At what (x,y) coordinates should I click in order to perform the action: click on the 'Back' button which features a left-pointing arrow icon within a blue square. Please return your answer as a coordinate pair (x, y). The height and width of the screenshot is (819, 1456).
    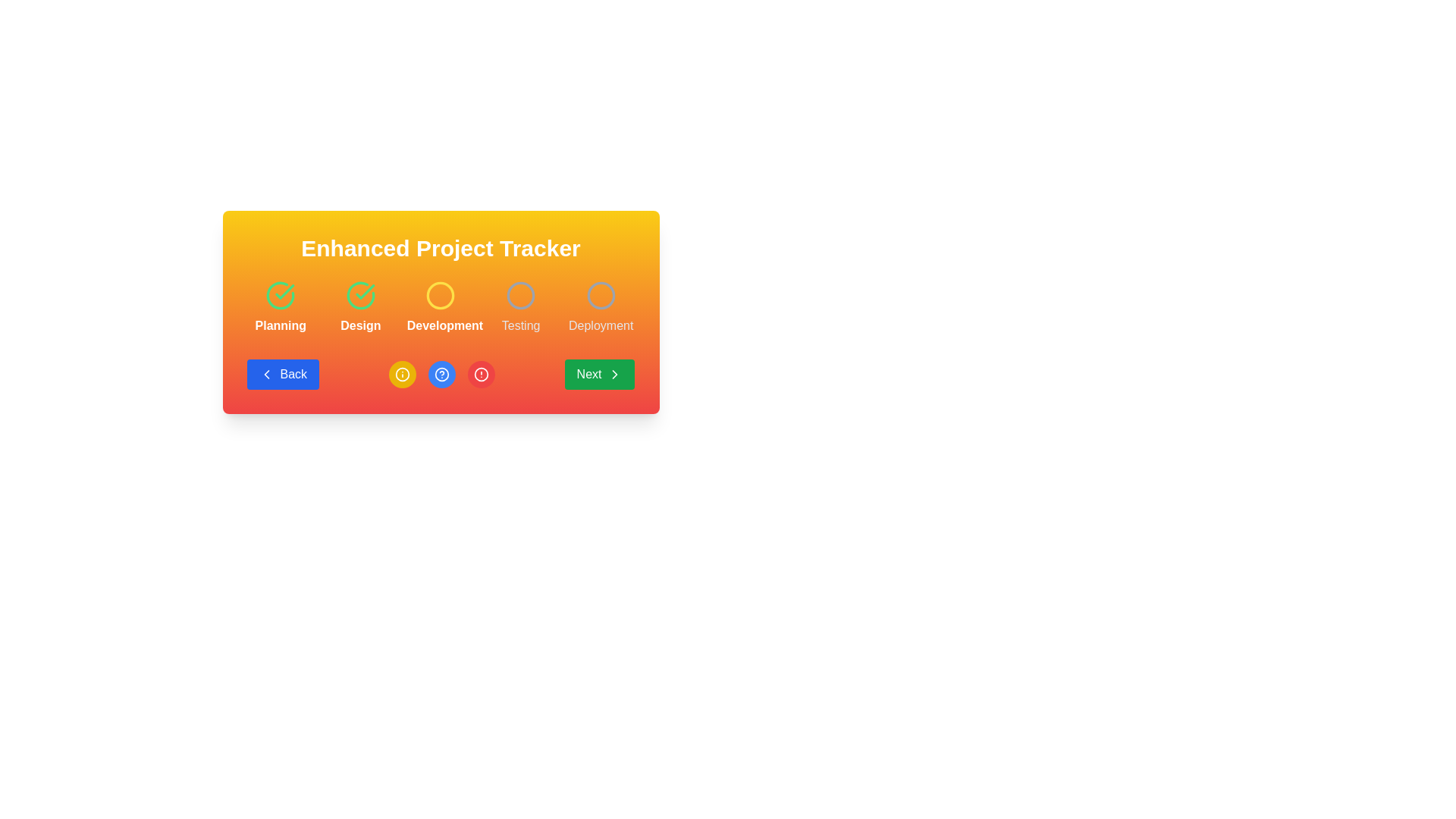
    Looking at the image, I should click on (266, 374).